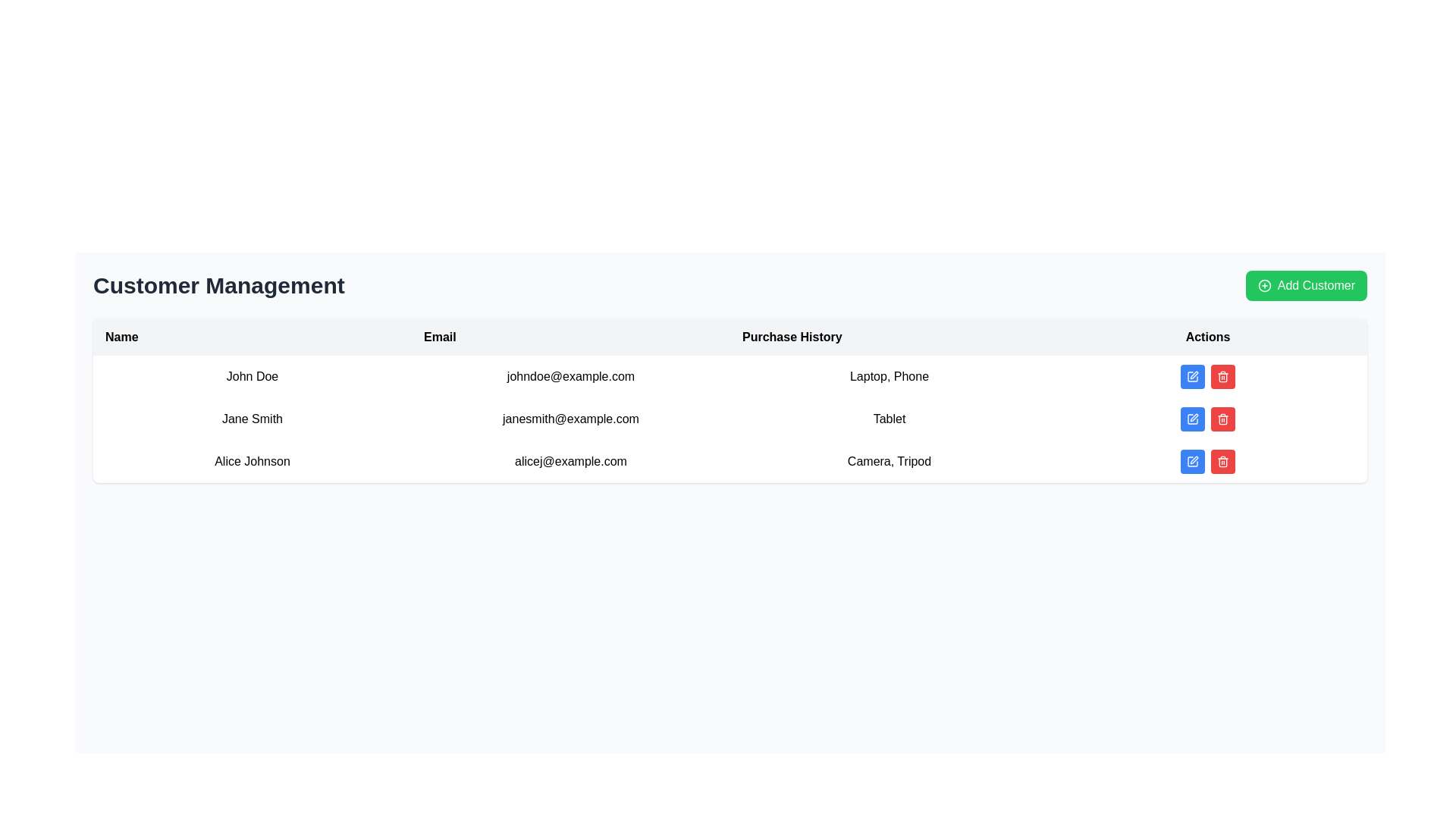 Image resolution: width=1456 pixels, height=819 pixels. Describe the element at coordinates (1222, 419) in the screenshot. I see `the delete button with a trash icon located in the actions column of the second row in the customer management table` at that location.